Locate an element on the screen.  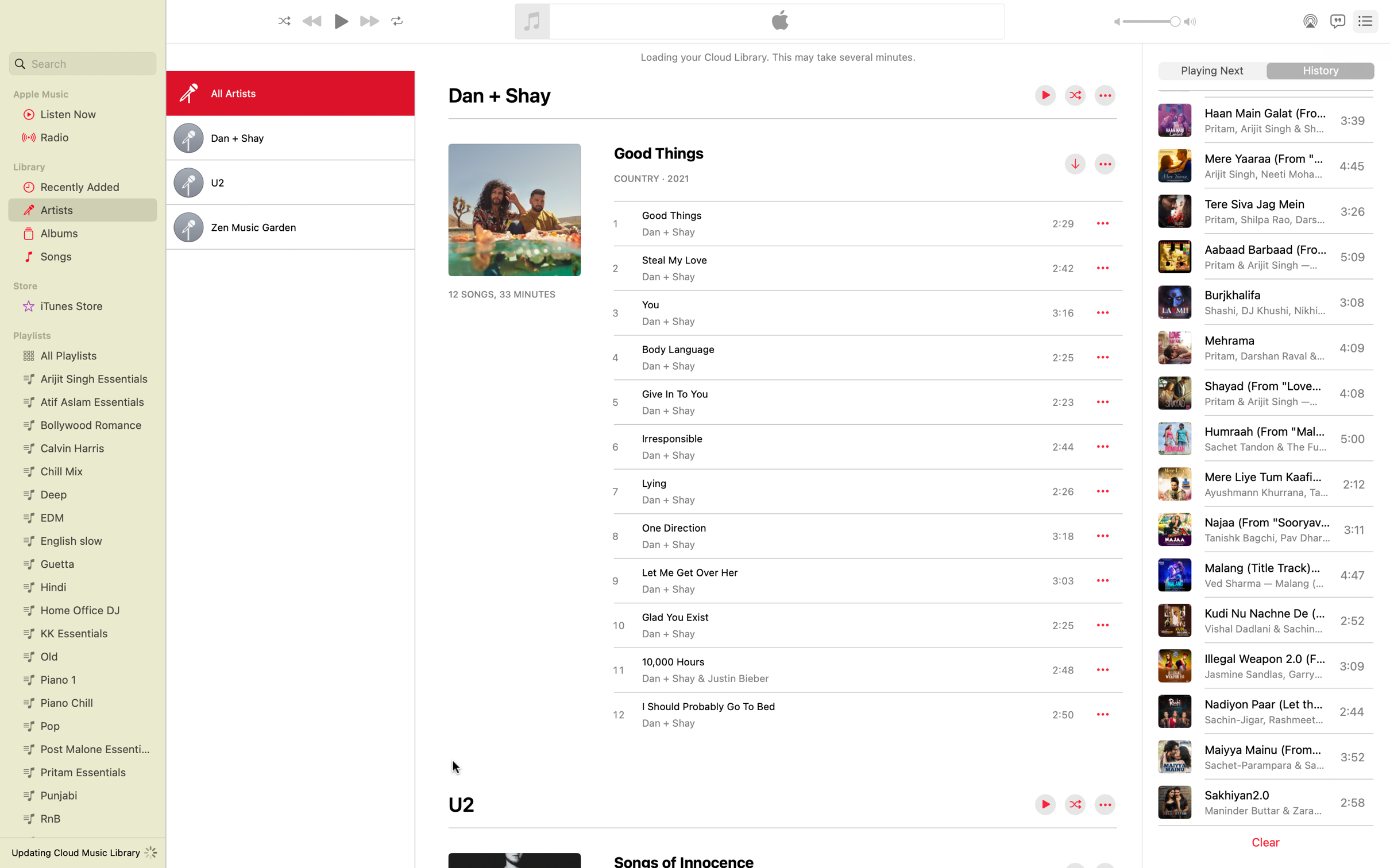
the archive of songs played earlier is located at coordinates (1320, 71).